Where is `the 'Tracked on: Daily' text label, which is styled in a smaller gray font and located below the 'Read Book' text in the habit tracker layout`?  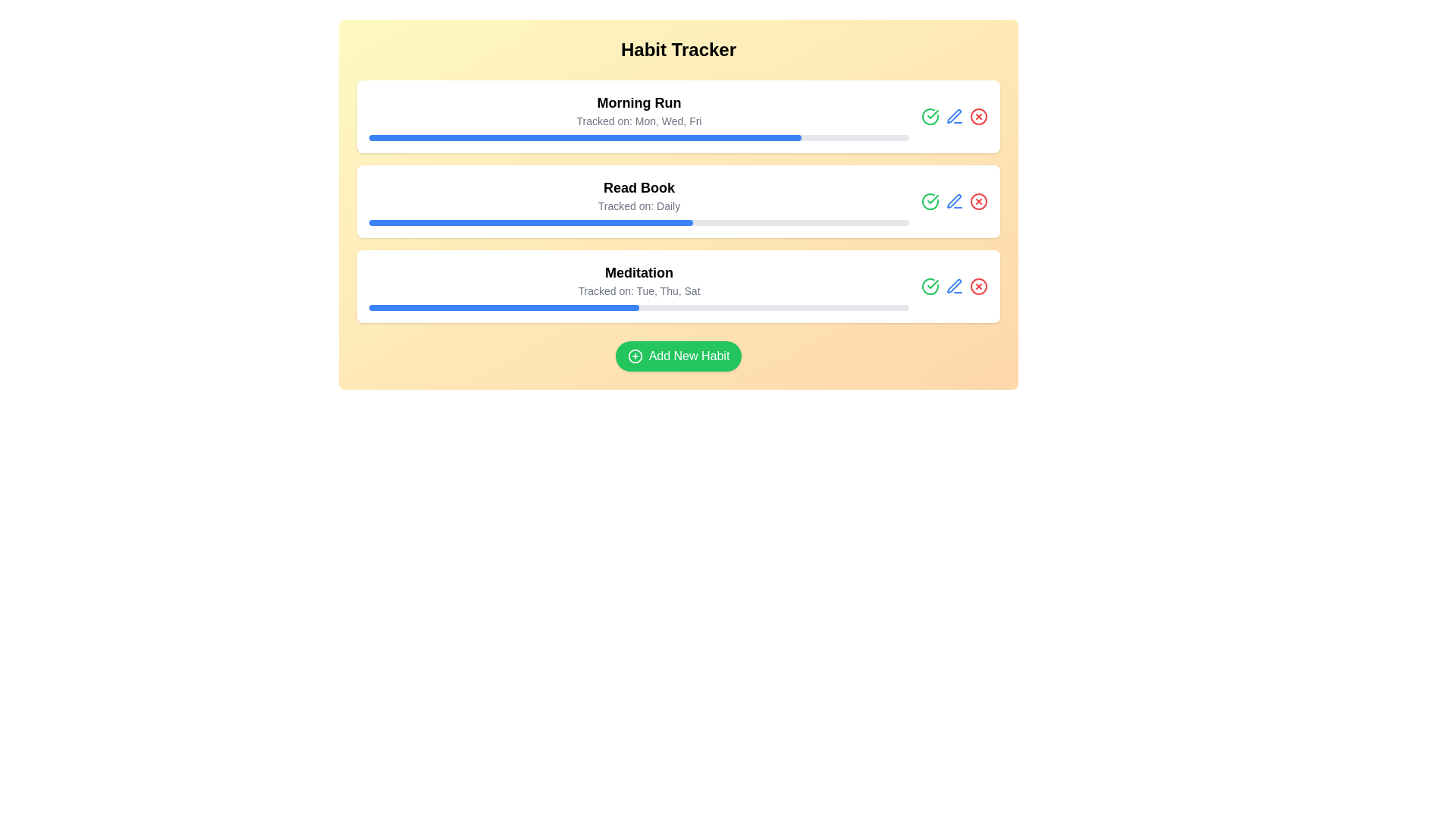 the 'Tracked on: Daily' text label, which is styled in a smaller gray font and located below the 'Read Book' text in the habit tracker layout is located at coordinates (639, 206).